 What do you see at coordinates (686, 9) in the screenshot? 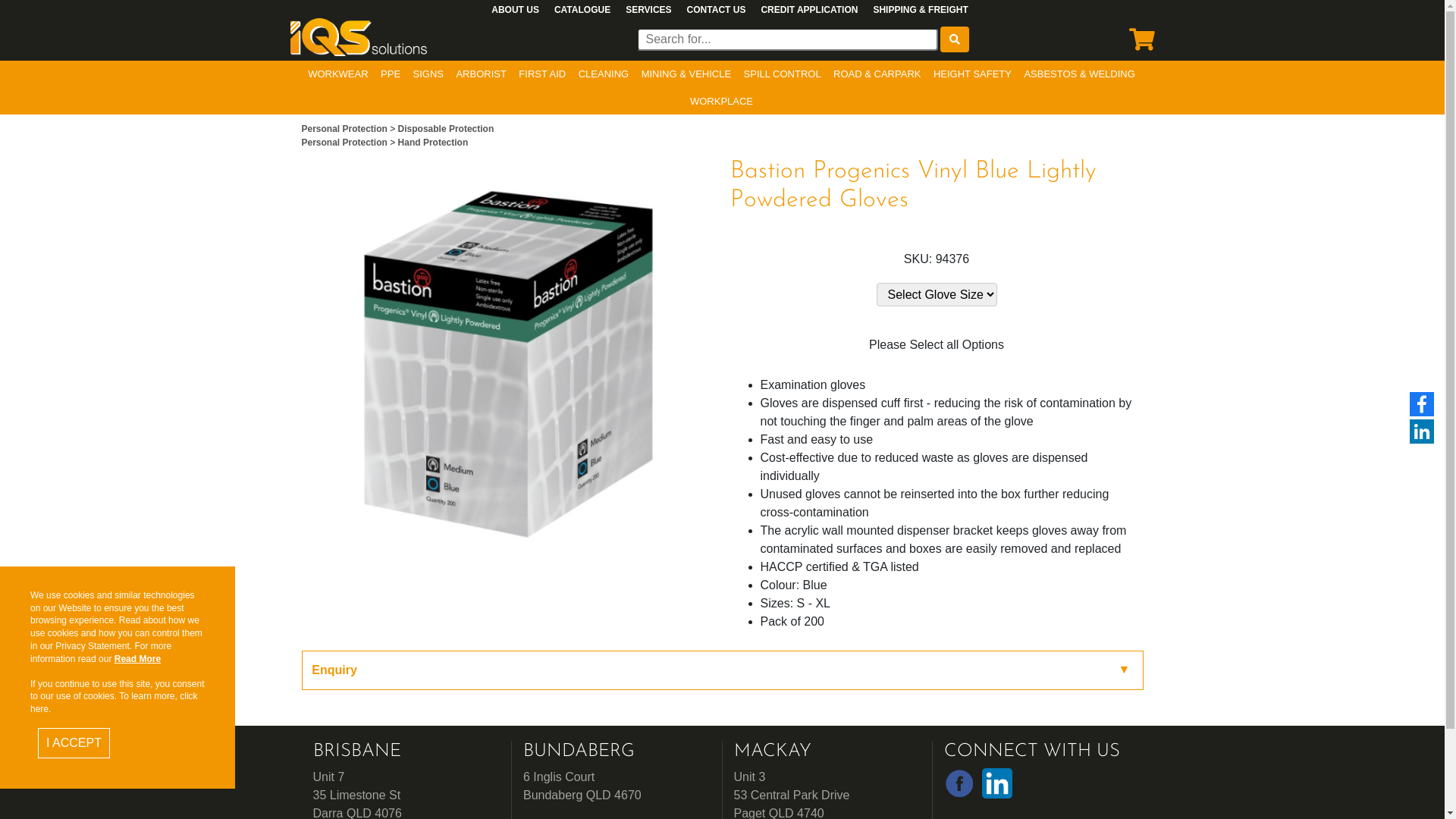
I see `'CONTACT US'` at bounding box center [686, 9].